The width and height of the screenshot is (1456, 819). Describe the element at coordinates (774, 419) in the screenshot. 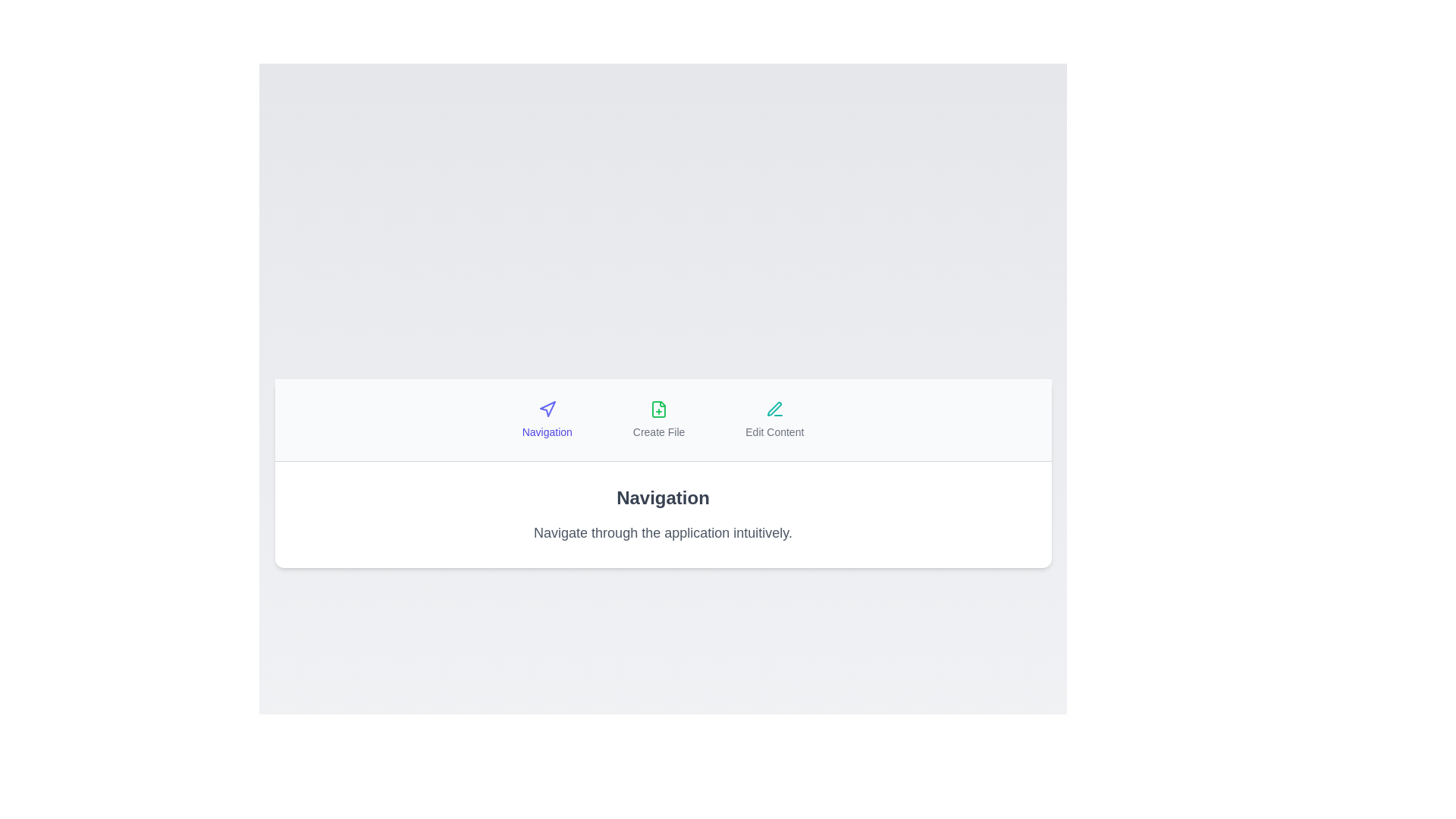

I see `the tab labeled Edit Content` at that location.